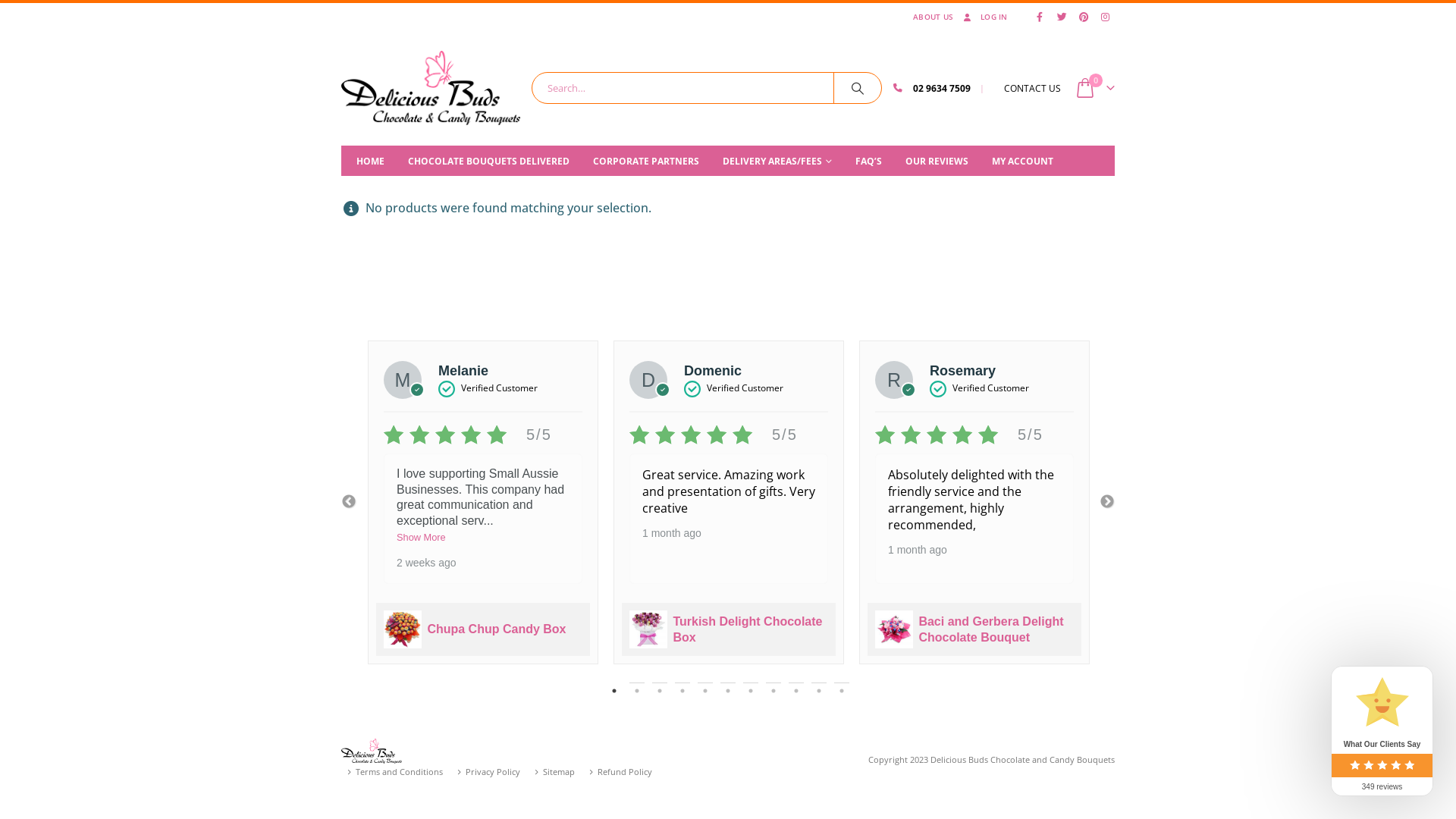 Image resolution: width=1456 pixels, height=819 pixels. What do you see at coordinates (858, 87) in the screenshot?
I see `'Search'` at bounding box center [858, 87].